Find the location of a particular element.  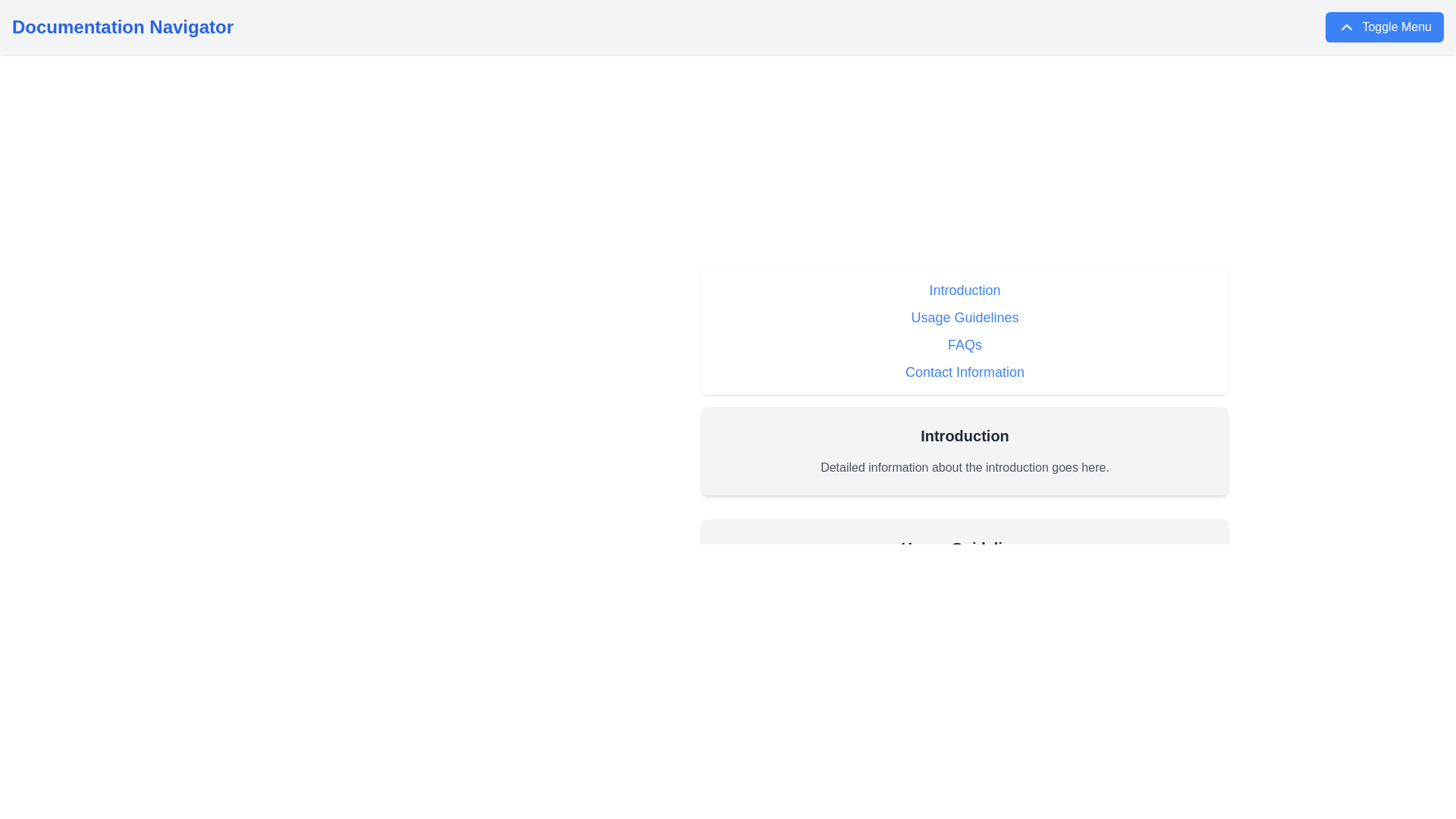

the 'Usage Guidelines' hyperlink, which is styled in blue and underlined is located at coordinates (964, 317).